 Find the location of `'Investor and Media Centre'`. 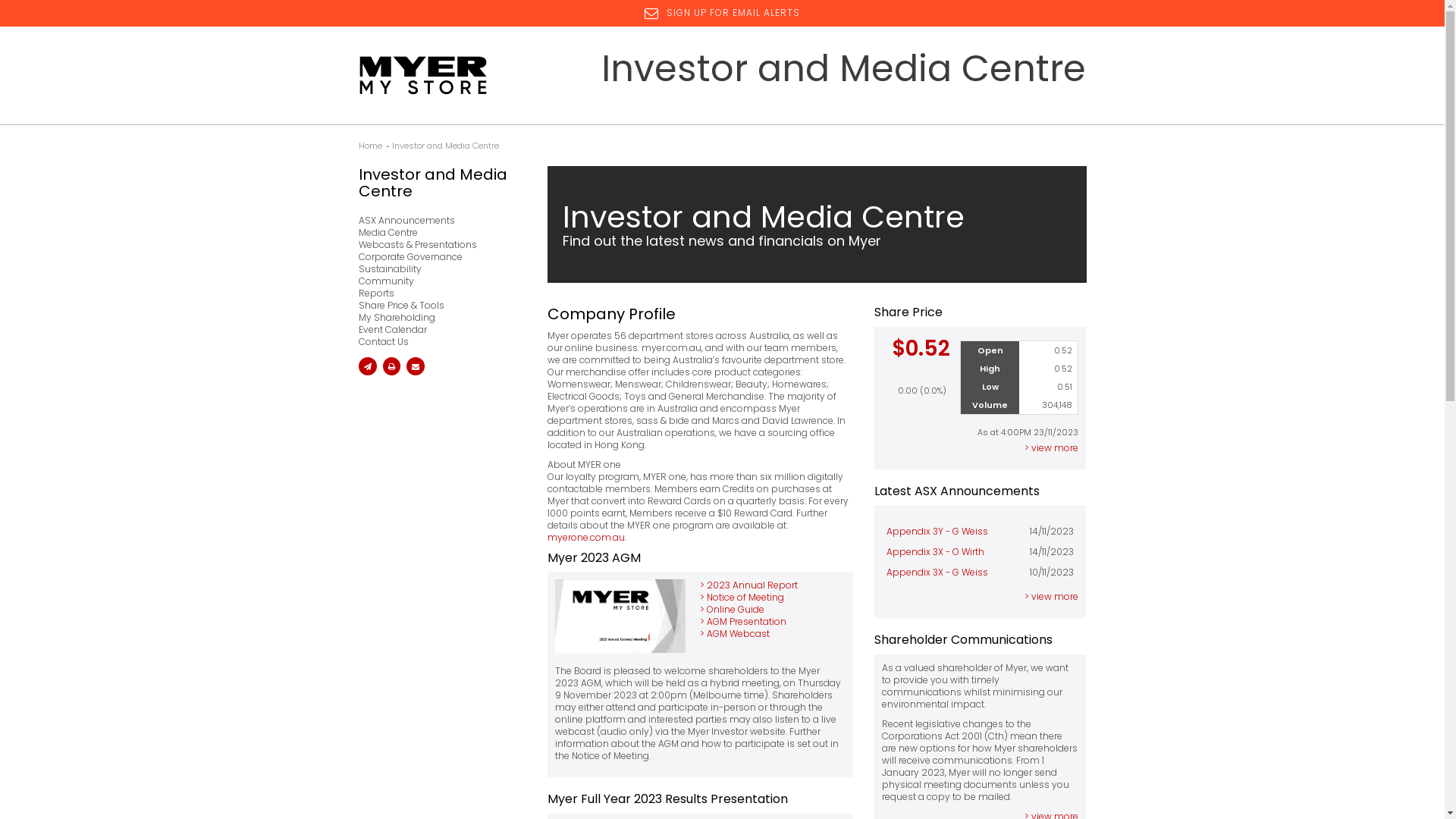

'Investor and Media Centre' is located at coordinates (437, 181).